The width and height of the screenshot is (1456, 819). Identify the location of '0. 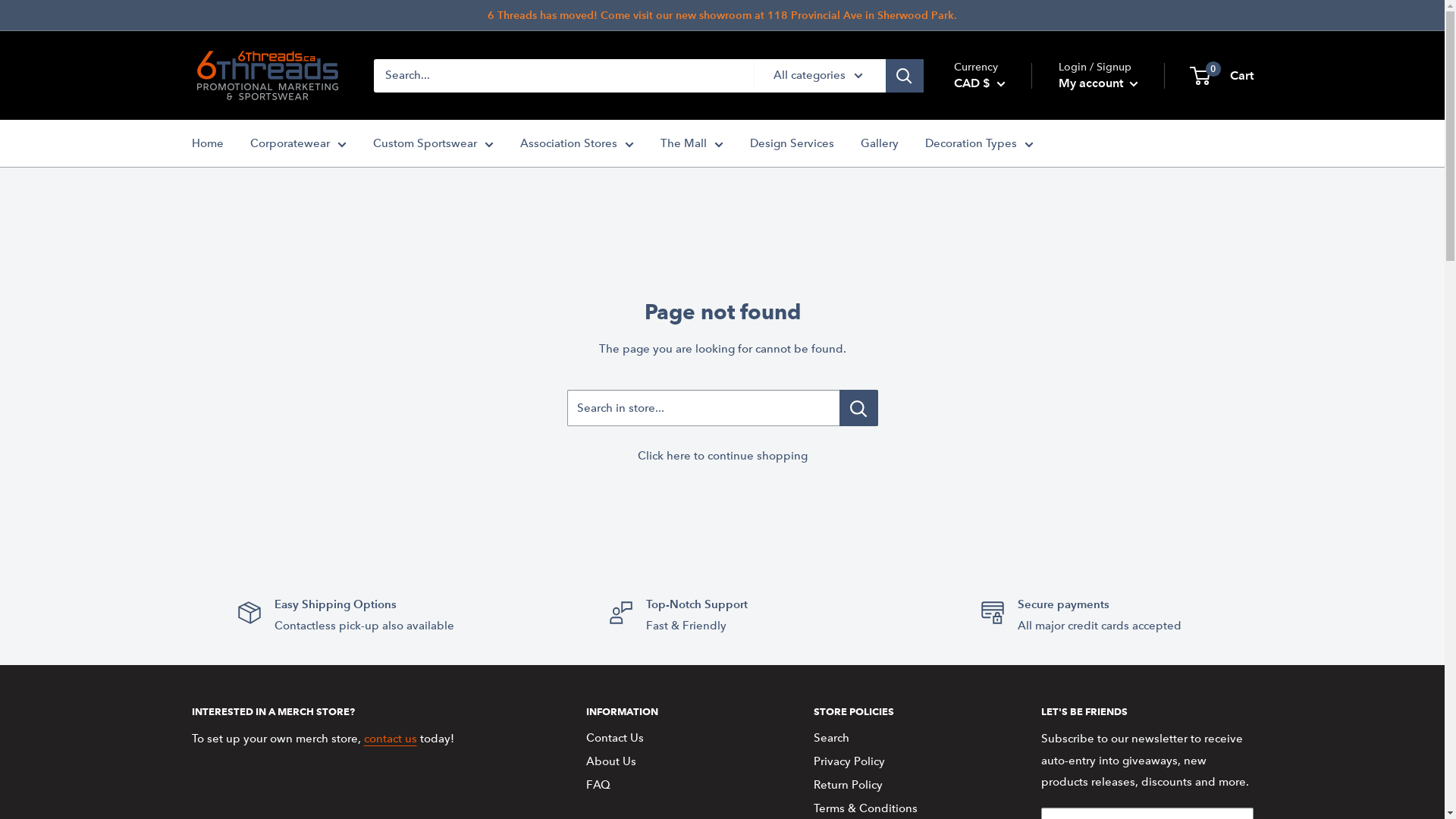
(1222, 76).